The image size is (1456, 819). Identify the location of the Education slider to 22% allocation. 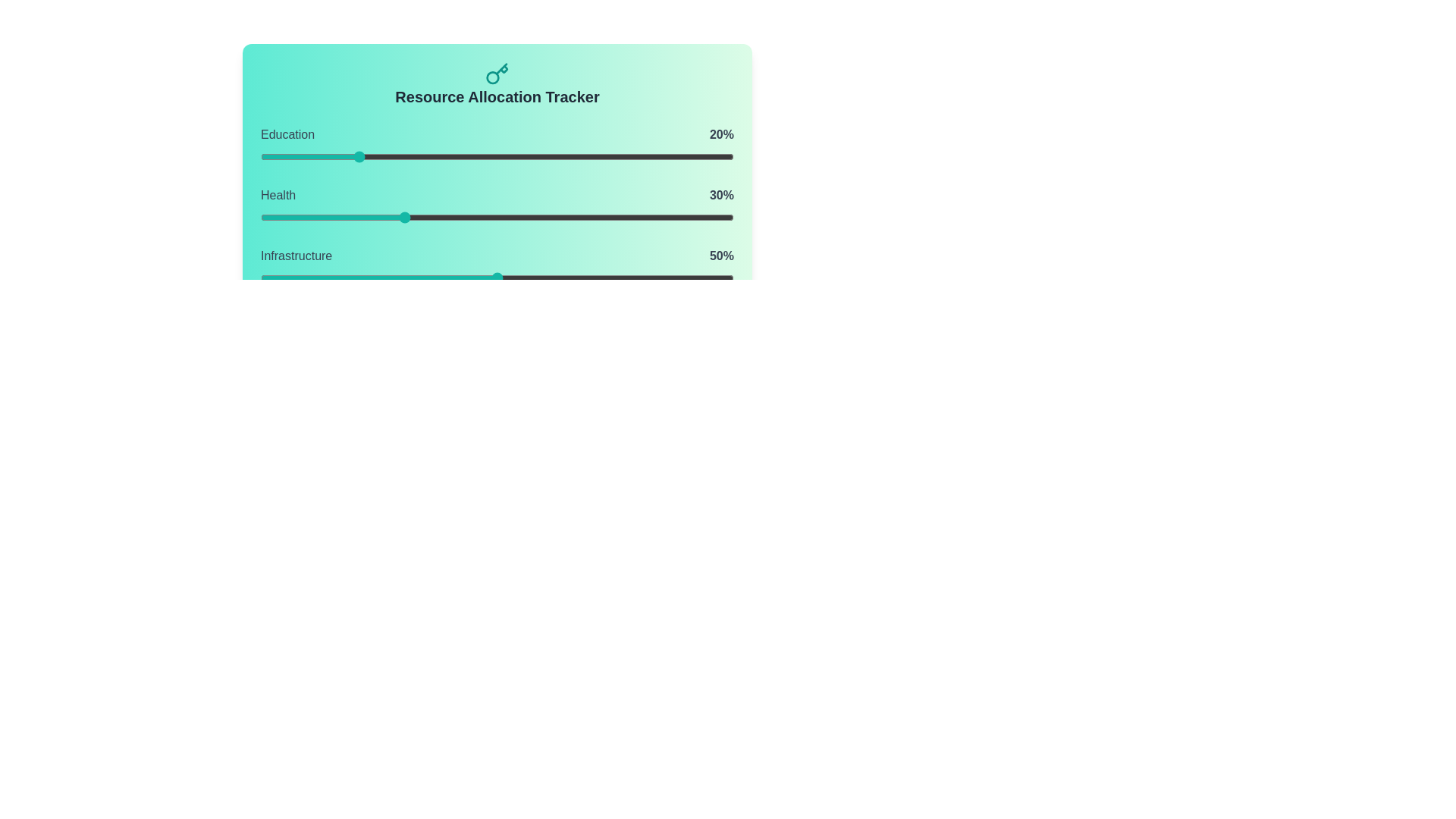
(365, 157).